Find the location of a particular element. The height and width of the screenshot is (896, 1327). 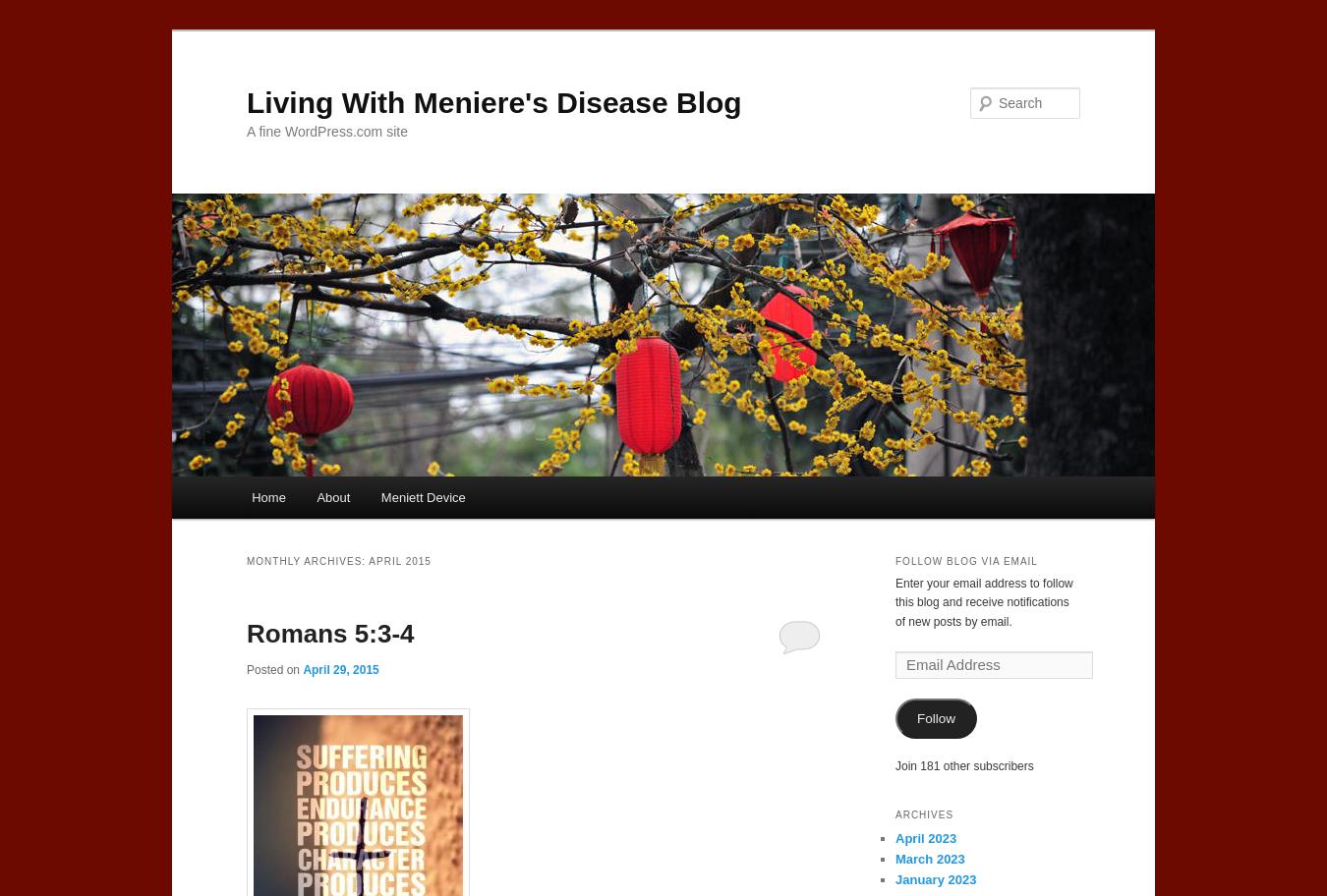

'Monthly Archives:' is located at coordinates (245, 560).